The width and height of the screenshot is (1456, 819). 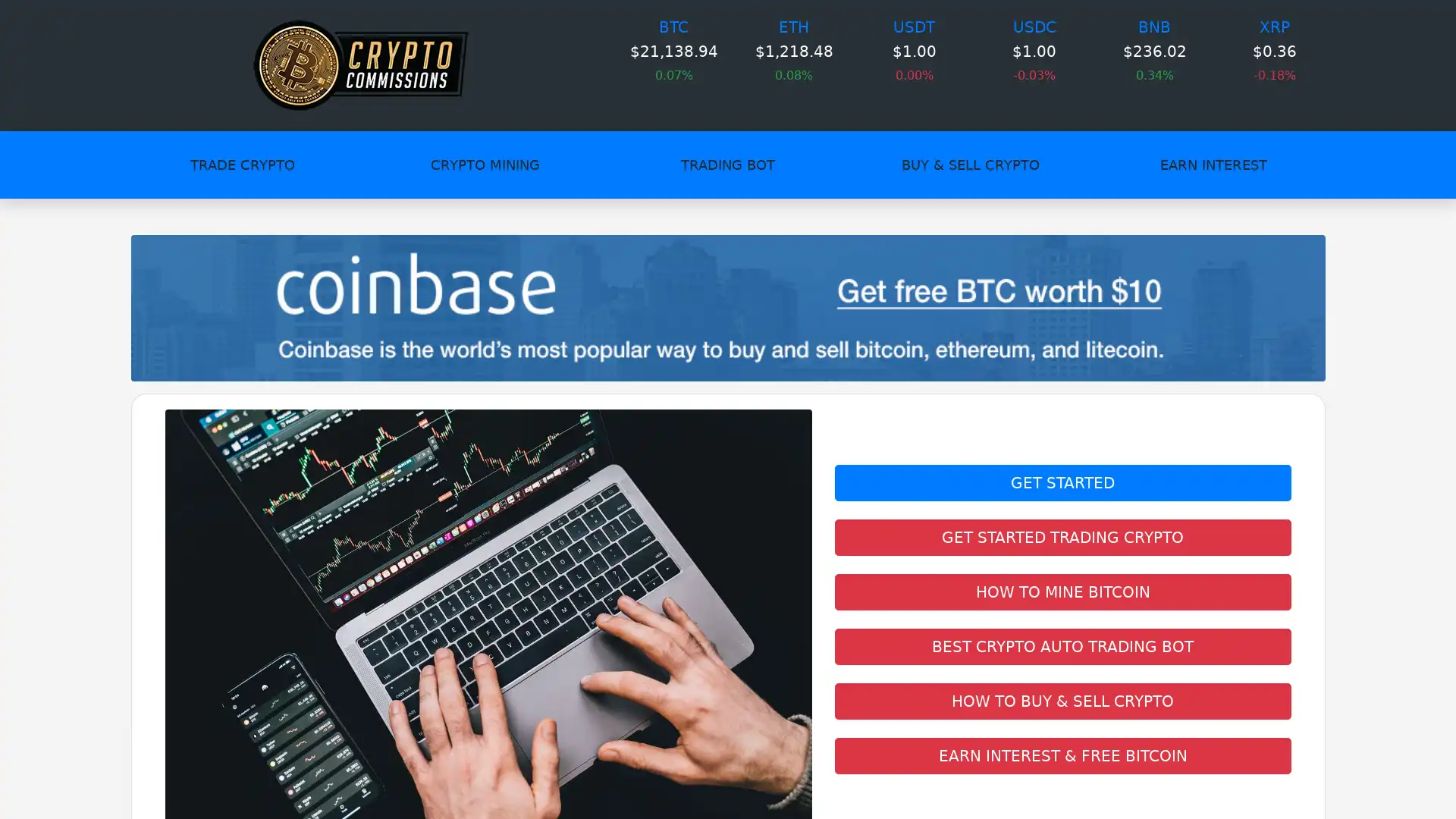 I want to click on GET STARTED, so click(x=1062, y=482).